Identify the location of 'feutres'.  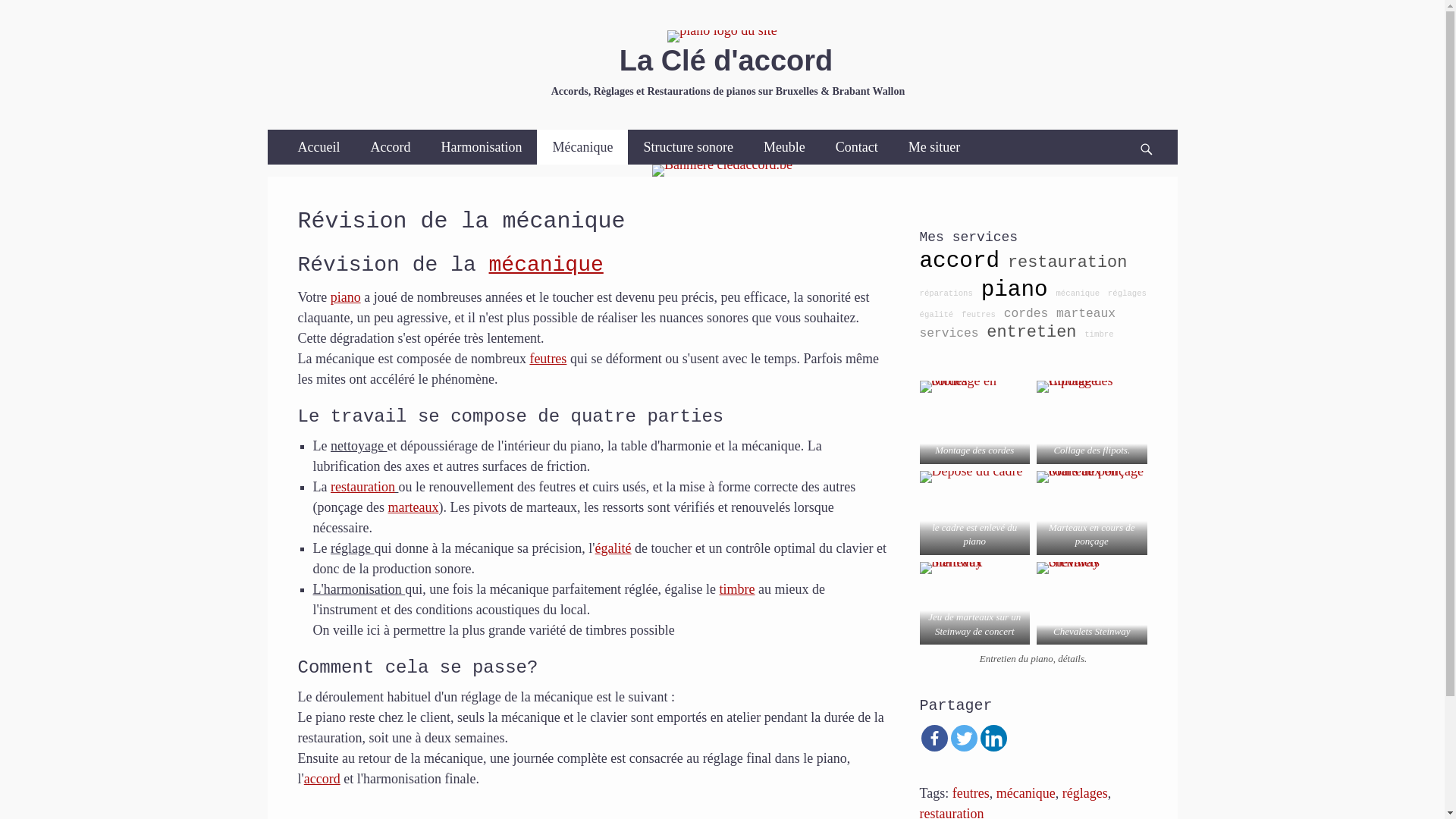
(529, 359).